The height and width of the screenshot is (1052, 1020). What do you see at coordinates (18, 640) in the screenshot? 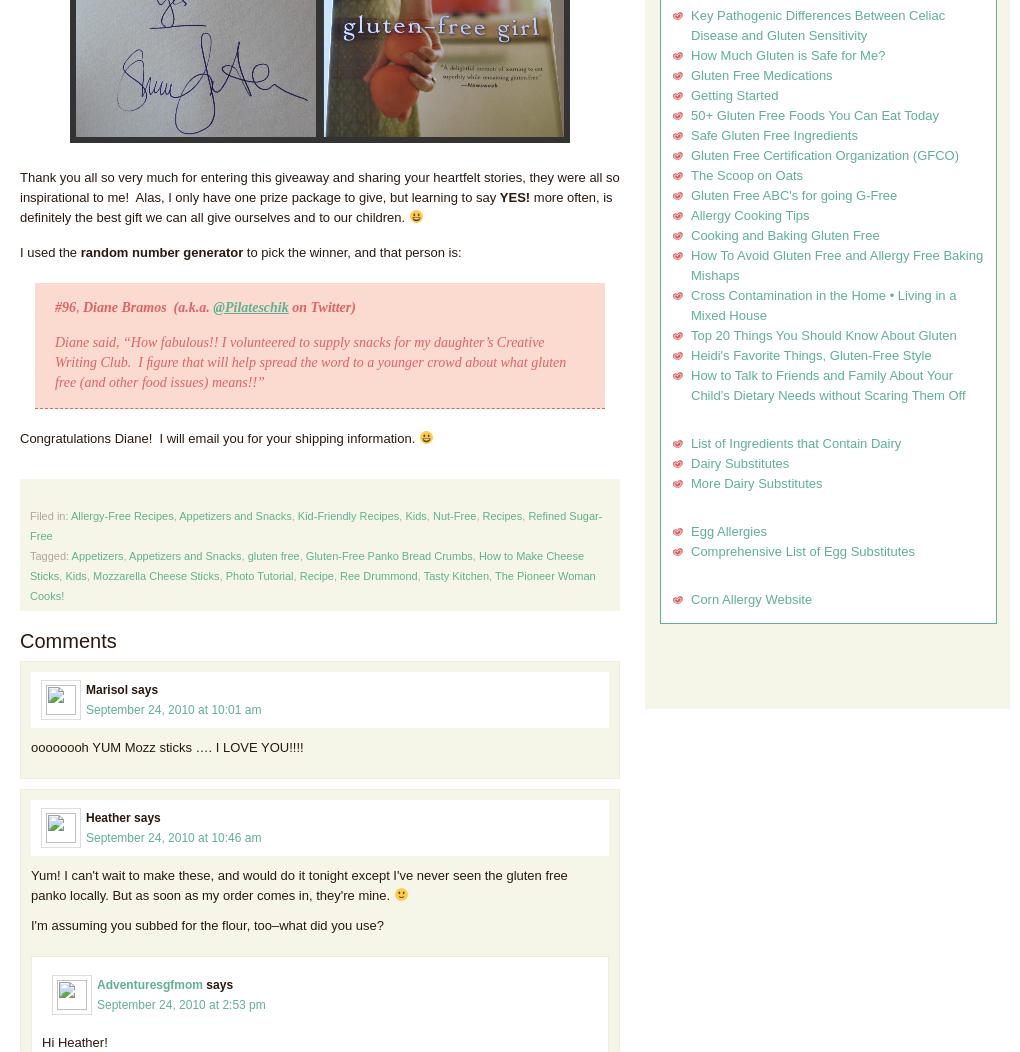
I see `'Comments'` at bounding box center [18, 640].